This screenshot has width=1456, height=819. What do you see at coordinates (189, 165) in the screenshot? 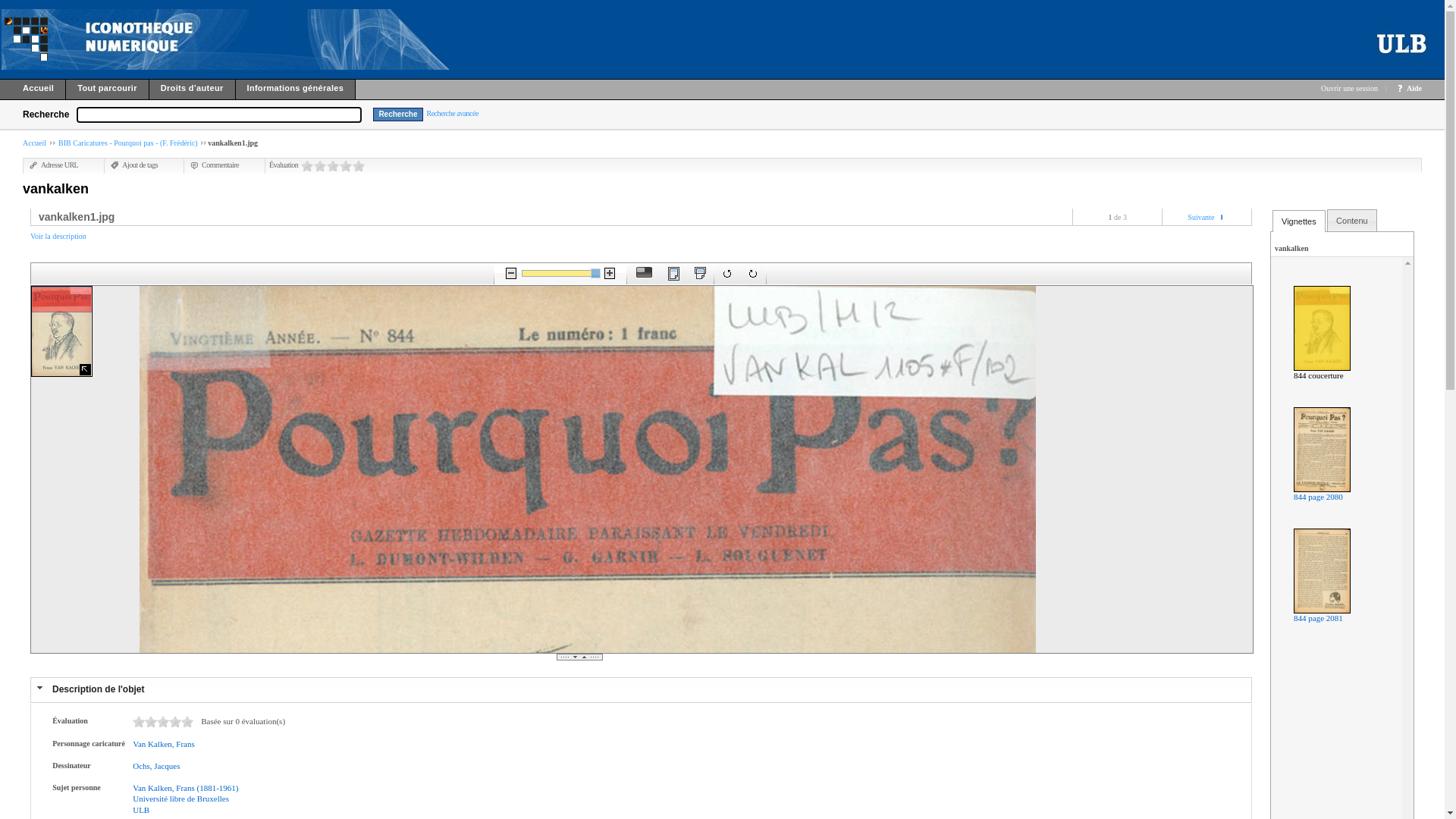
I see `'Commentaire'` at bounding box center [189, 165].